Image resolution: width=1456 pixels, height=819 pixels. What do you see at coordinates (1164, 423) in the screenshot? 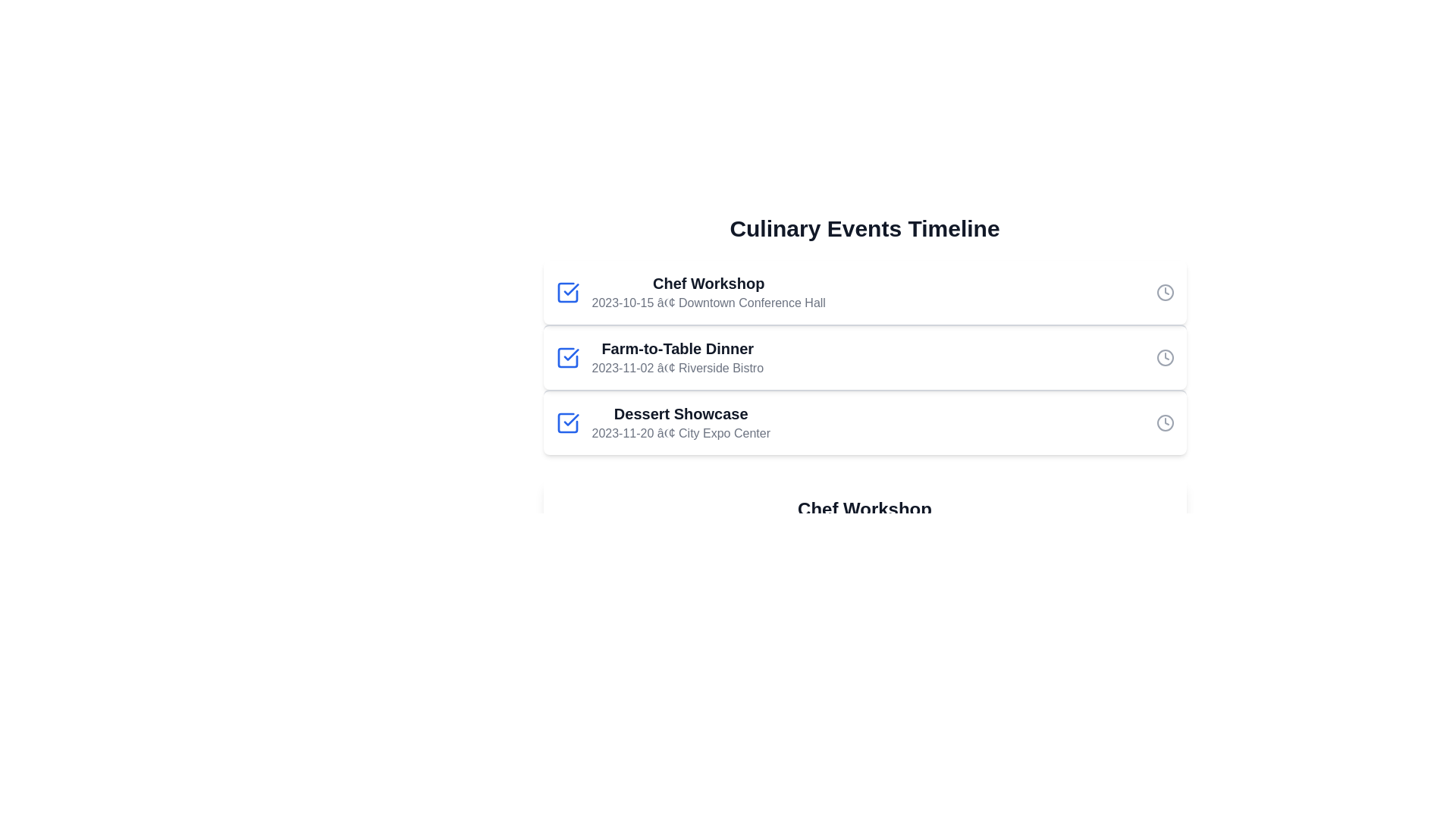
I see `the clock-shaped icon with a gray color located at the far right of the 'Dessert Showcase' event row` at bounding box center [1164, 423].